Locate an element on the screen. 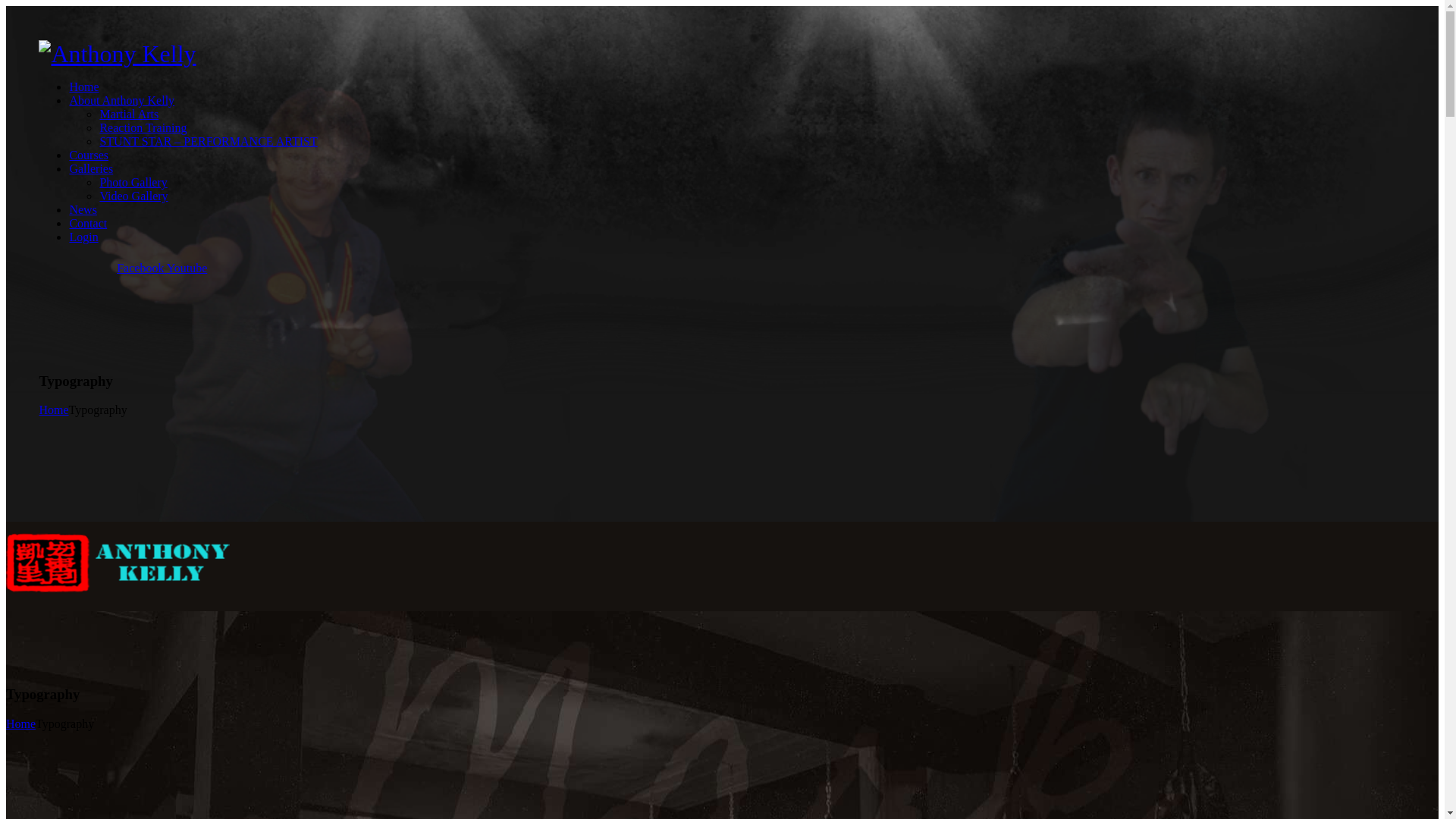 This screenshot has height=819, width=1456. 'Youtube' is located at coordinates (186, 267).